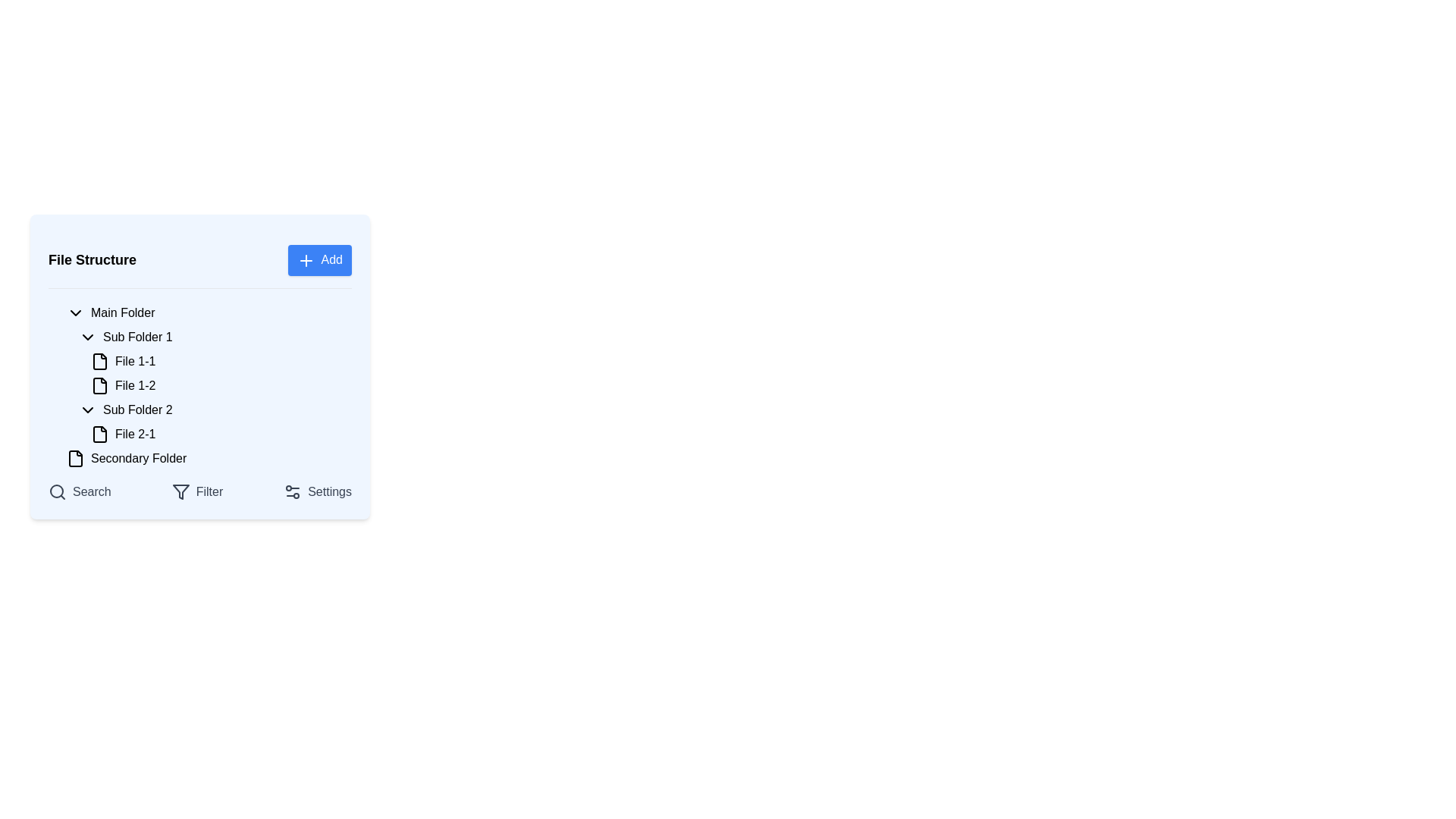  I want to click on the funnel-shaped icon located in the bottom row of icons, which is the second icon from the left, to apply or remove filters, so click(180, 491).